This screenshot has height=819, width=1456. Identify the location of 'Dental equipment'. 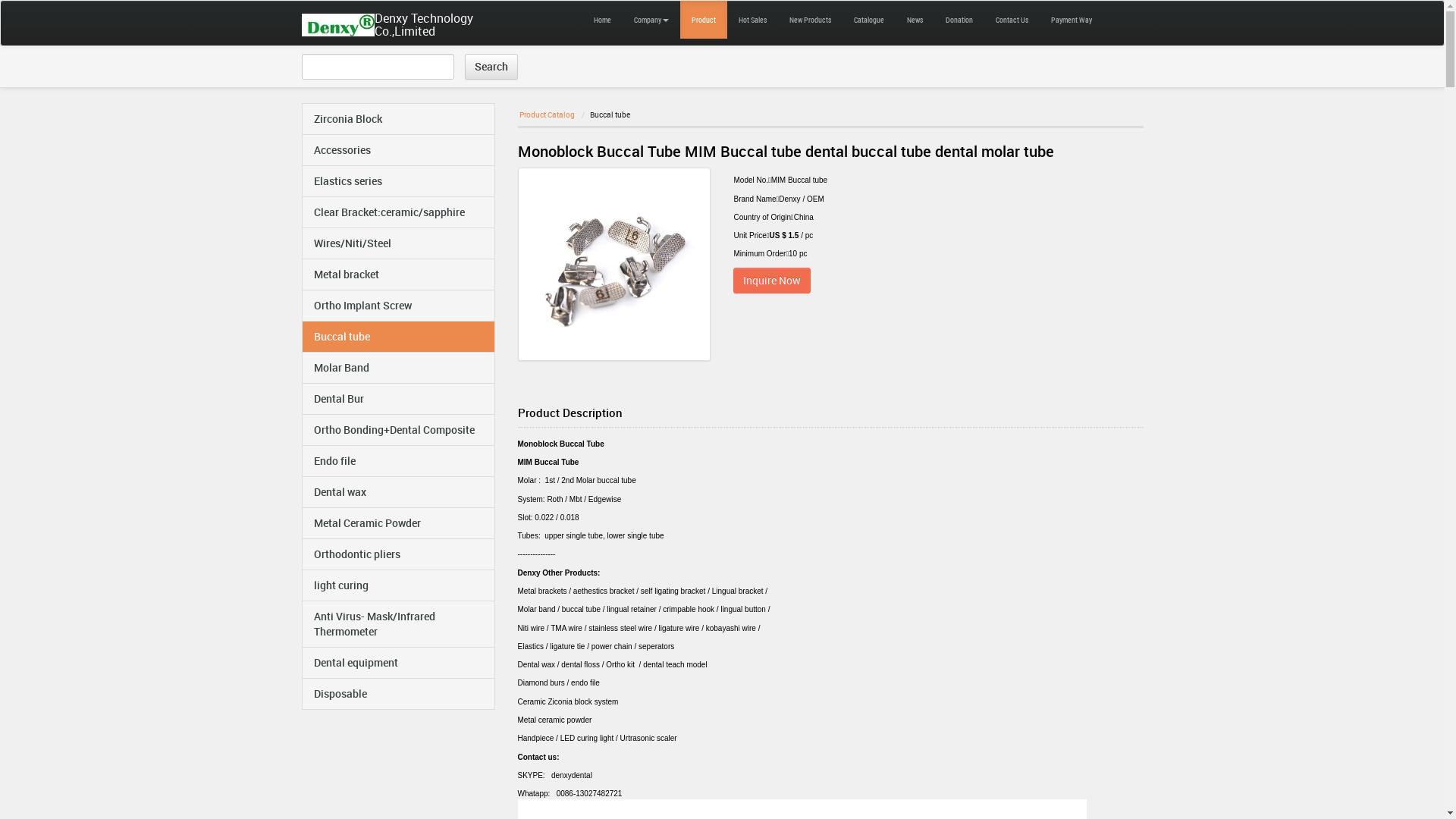
(397, 662).